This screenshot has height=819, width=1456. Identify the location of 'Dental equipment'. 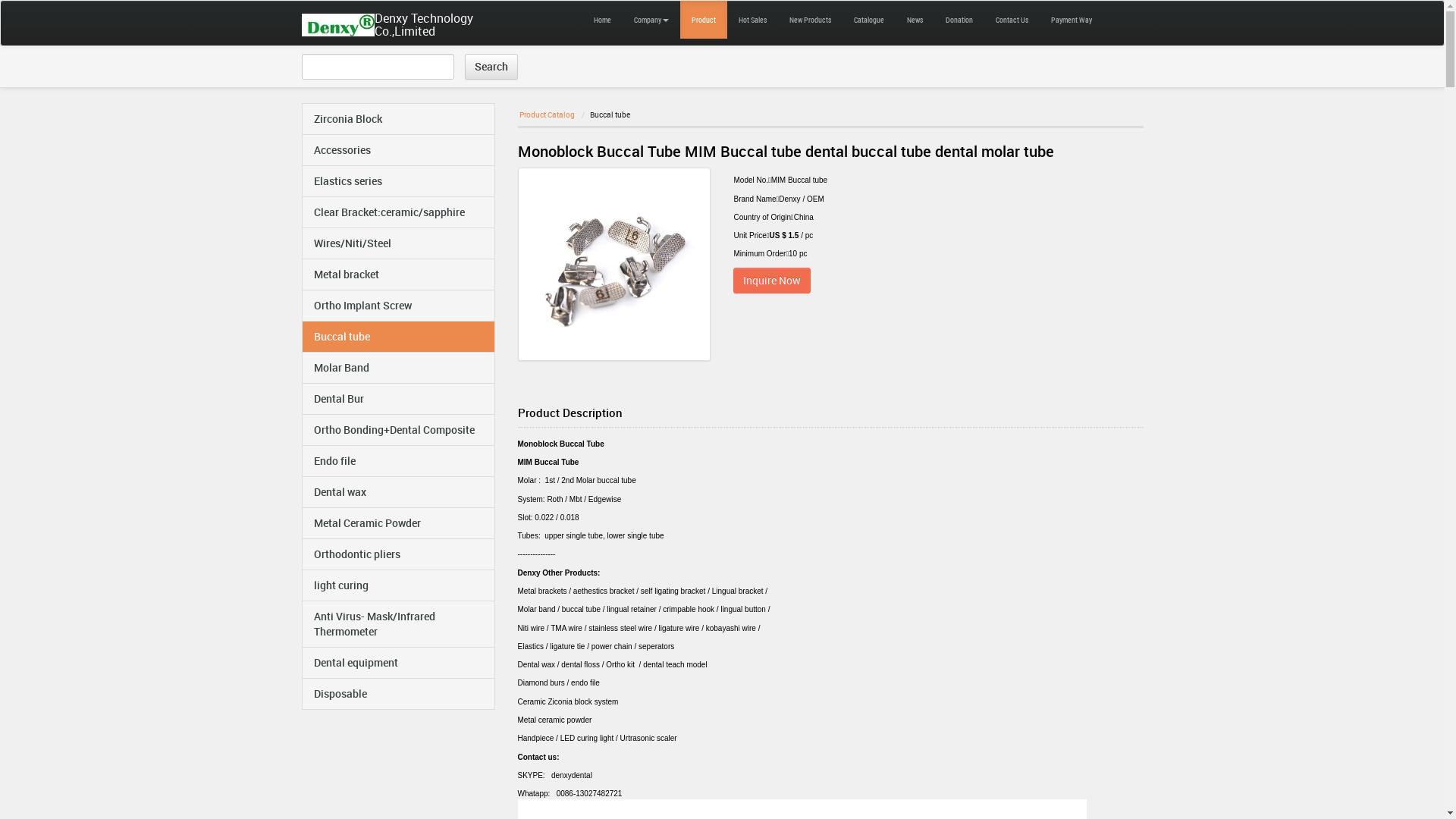
(397, 662).